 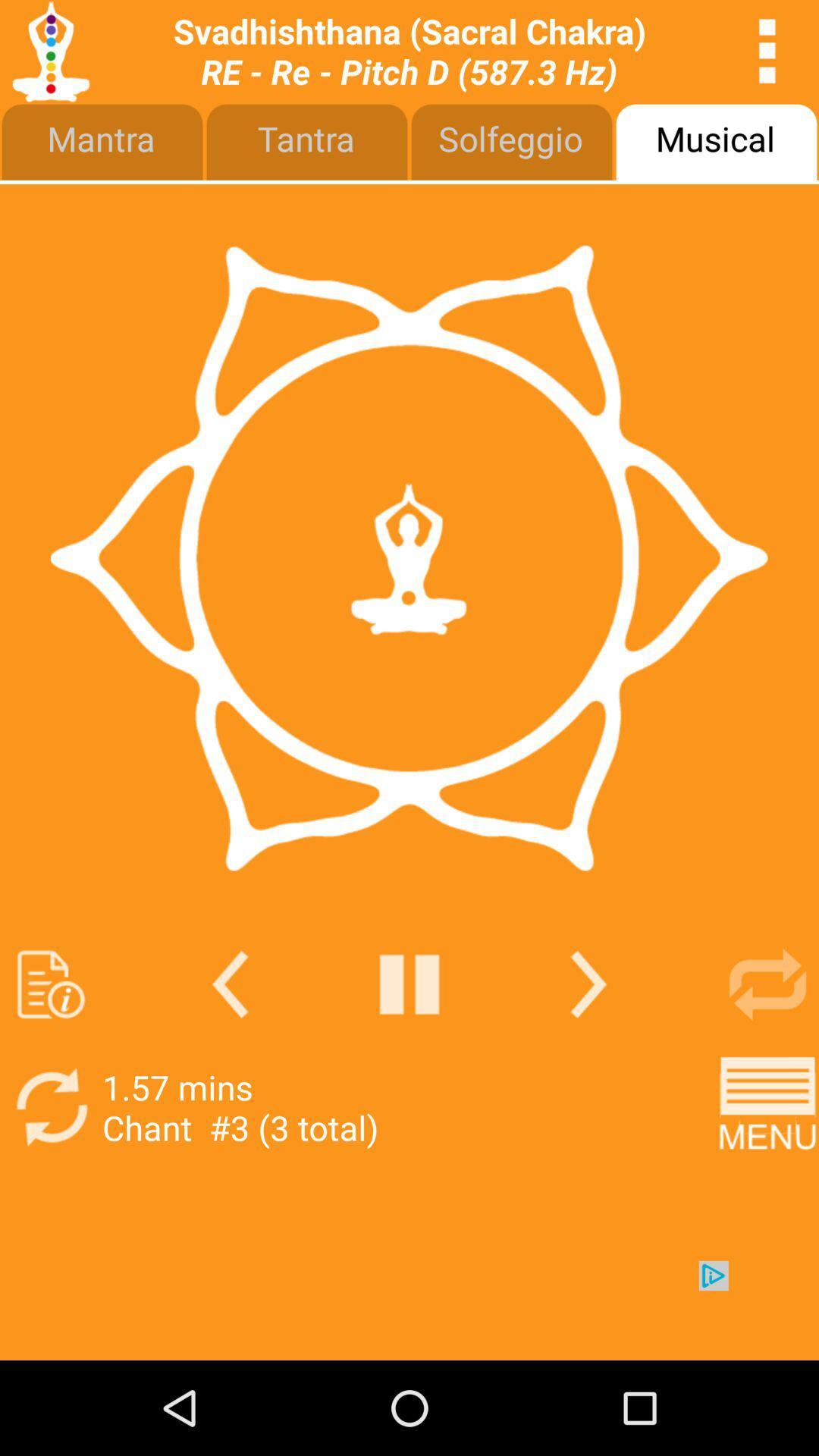 I want to click on option, so click(x=409, y=984).